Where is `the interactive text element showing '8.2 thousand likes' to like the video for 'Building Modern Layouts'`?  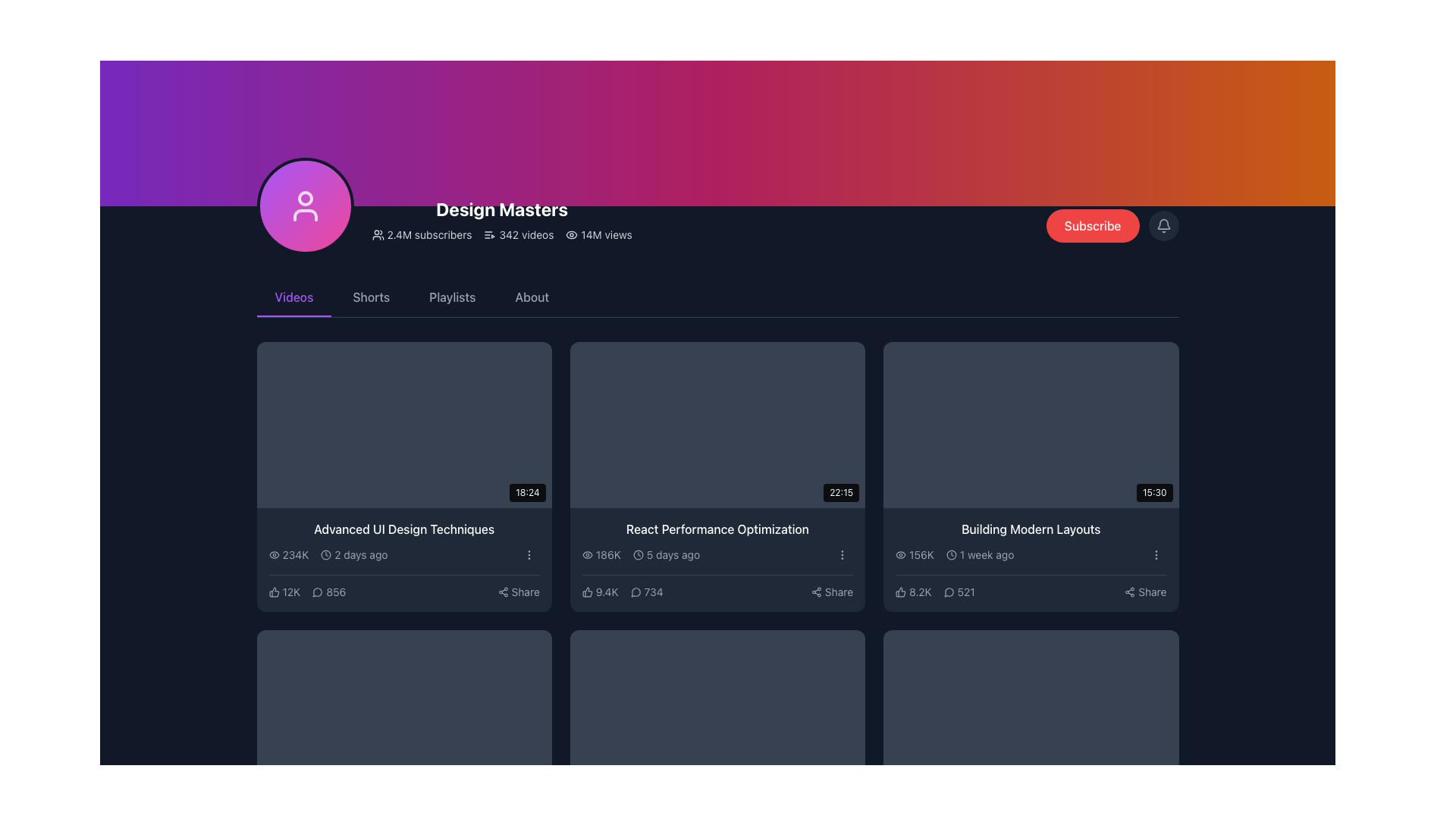 the interactive text element showing '8.2 thousand likes' to like the video for 'Building Modern Layouts' is located at coordinates (912, 591).